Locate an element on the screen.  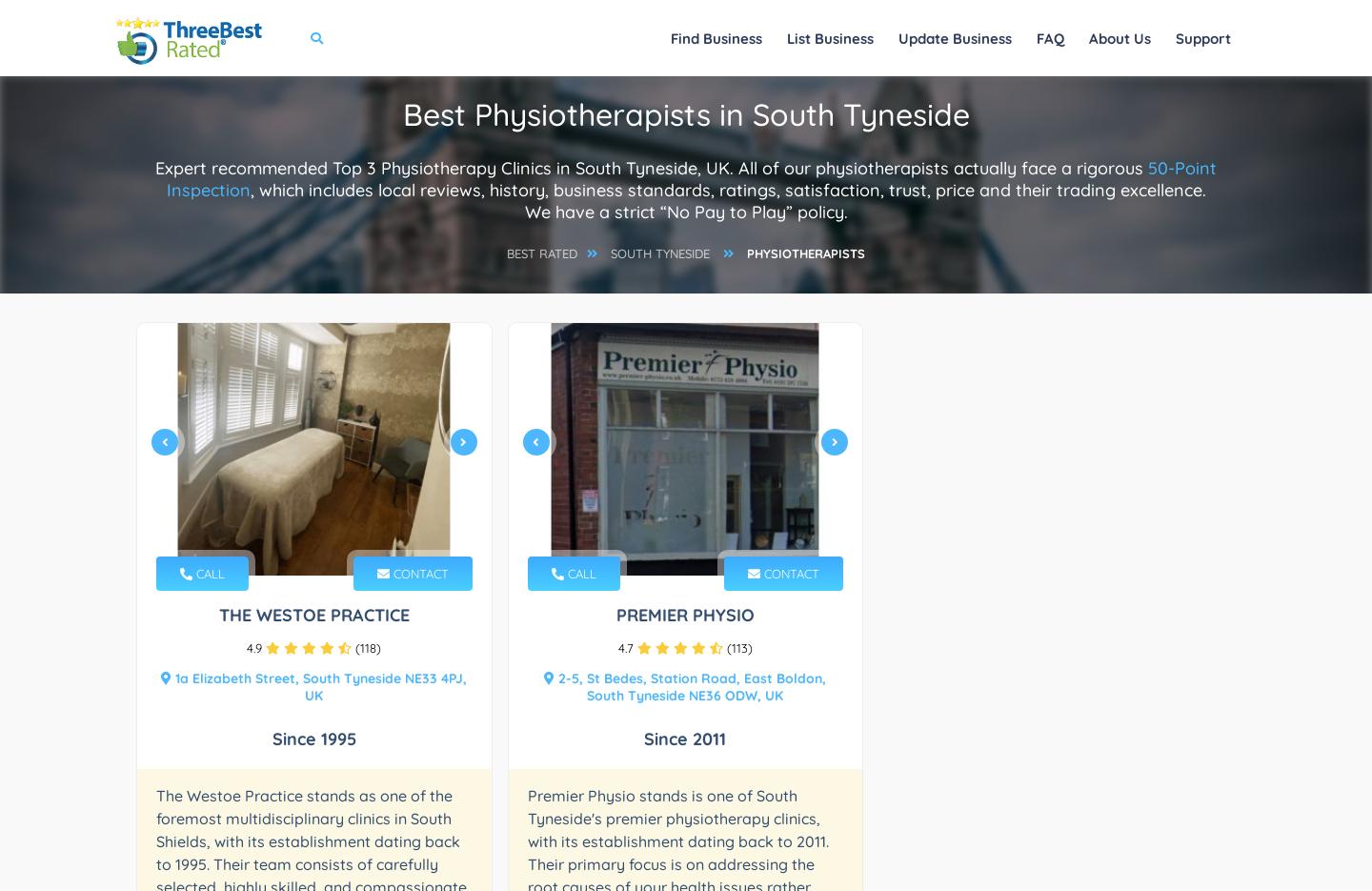
'Best Physiotherapists in South Tyneside' is located at coordinates (402, 112).